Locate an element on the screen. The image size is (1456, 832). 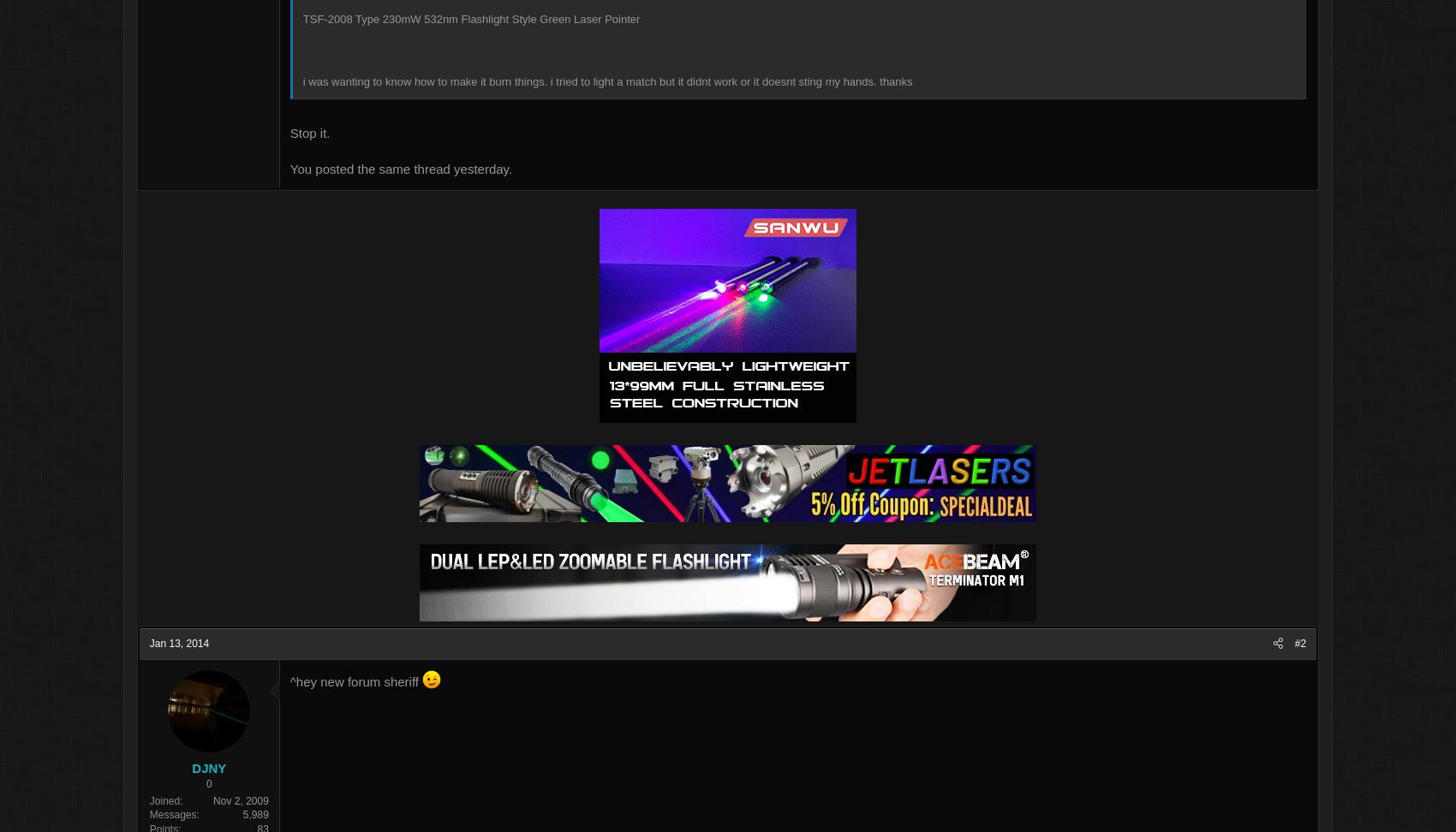
'Nov 2, 2009' is located at coordinates (305, 801).